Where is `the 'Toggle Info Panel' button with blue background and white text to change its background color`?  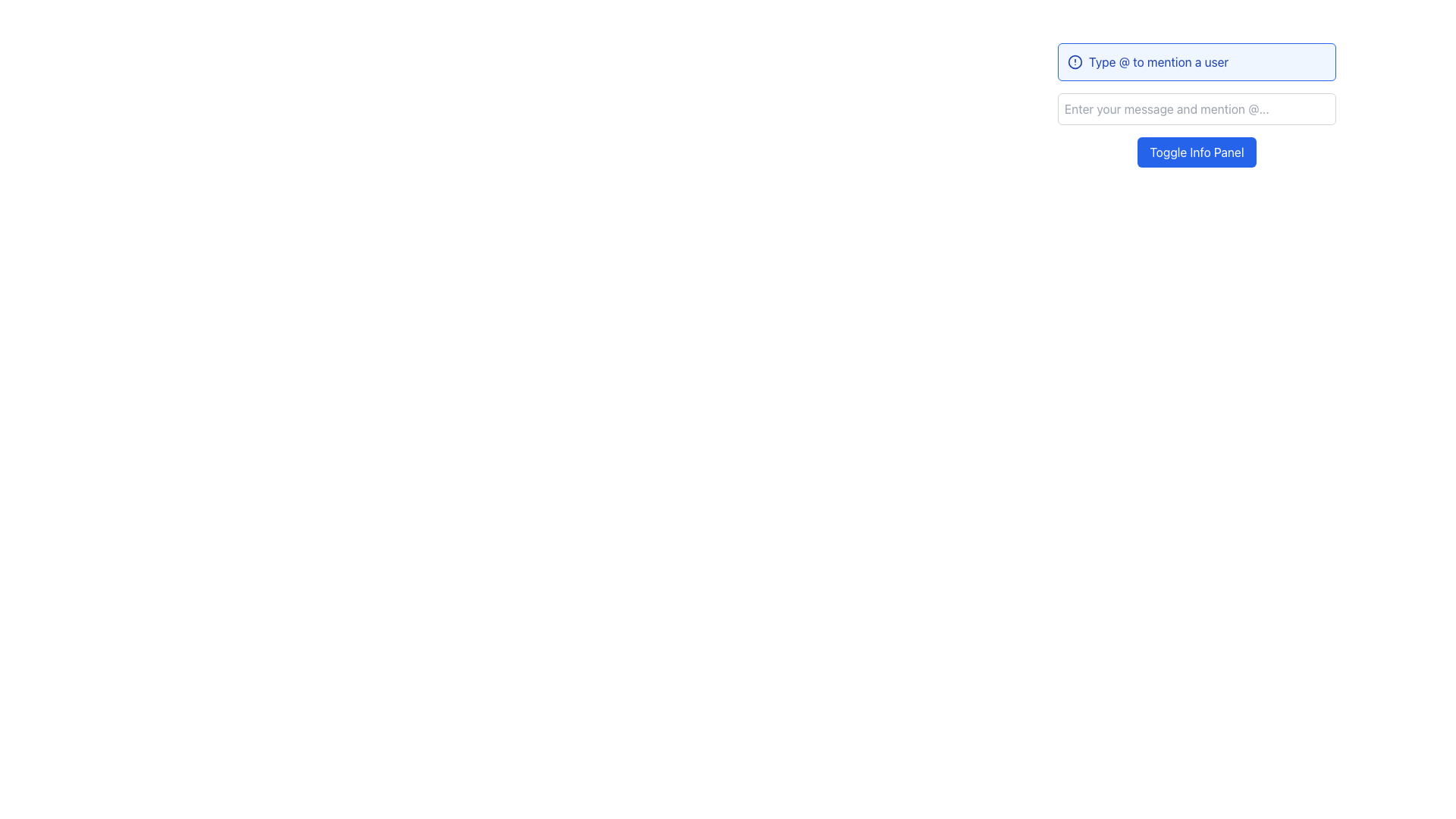 the 'Toggle Info Panel' button with blue background and white text to change its background color is located at coordinates (1196, 152).